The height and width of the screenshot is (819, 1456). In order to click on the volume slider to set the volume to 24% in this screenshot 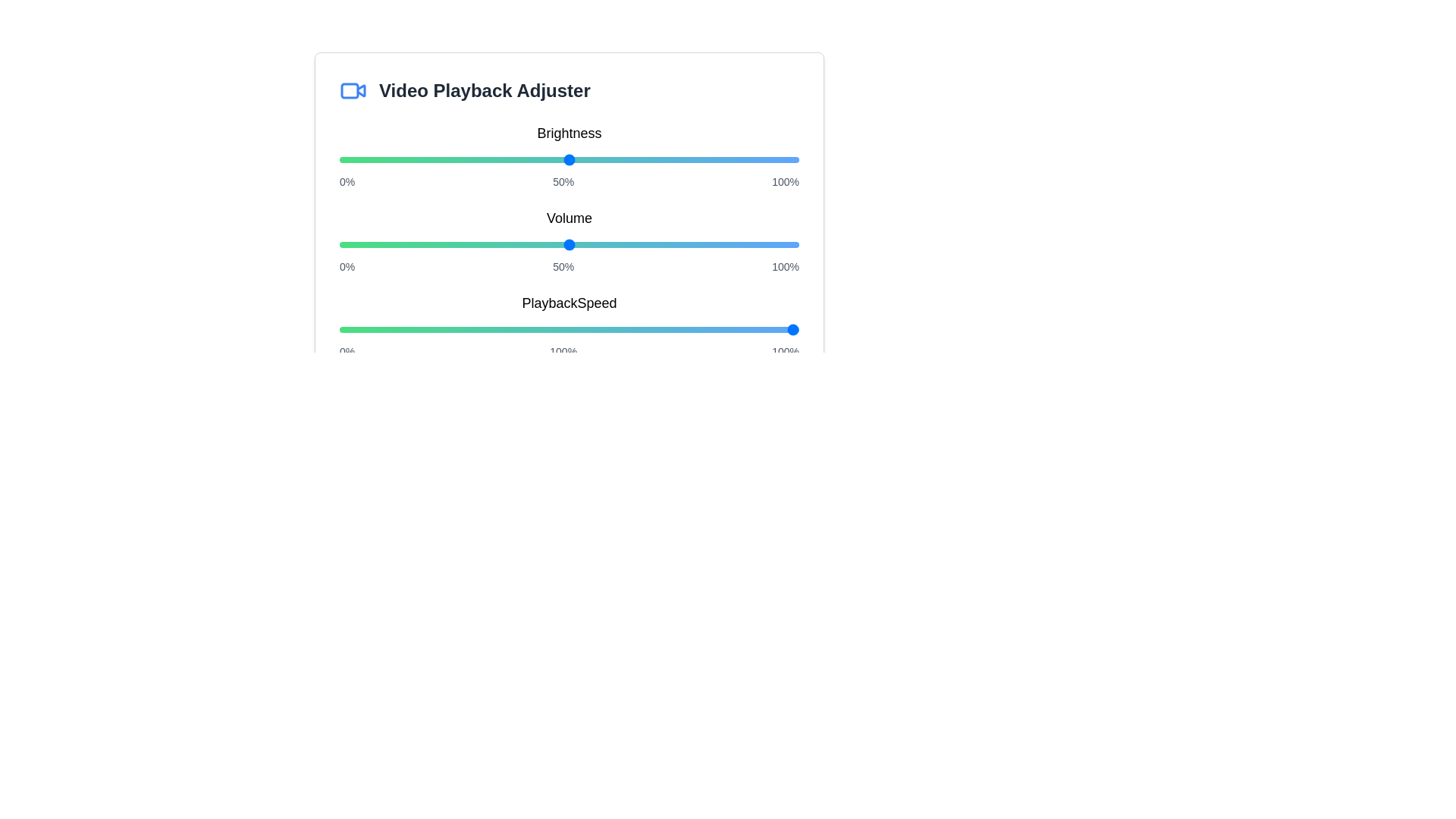, I will do `click(449, 244)`.